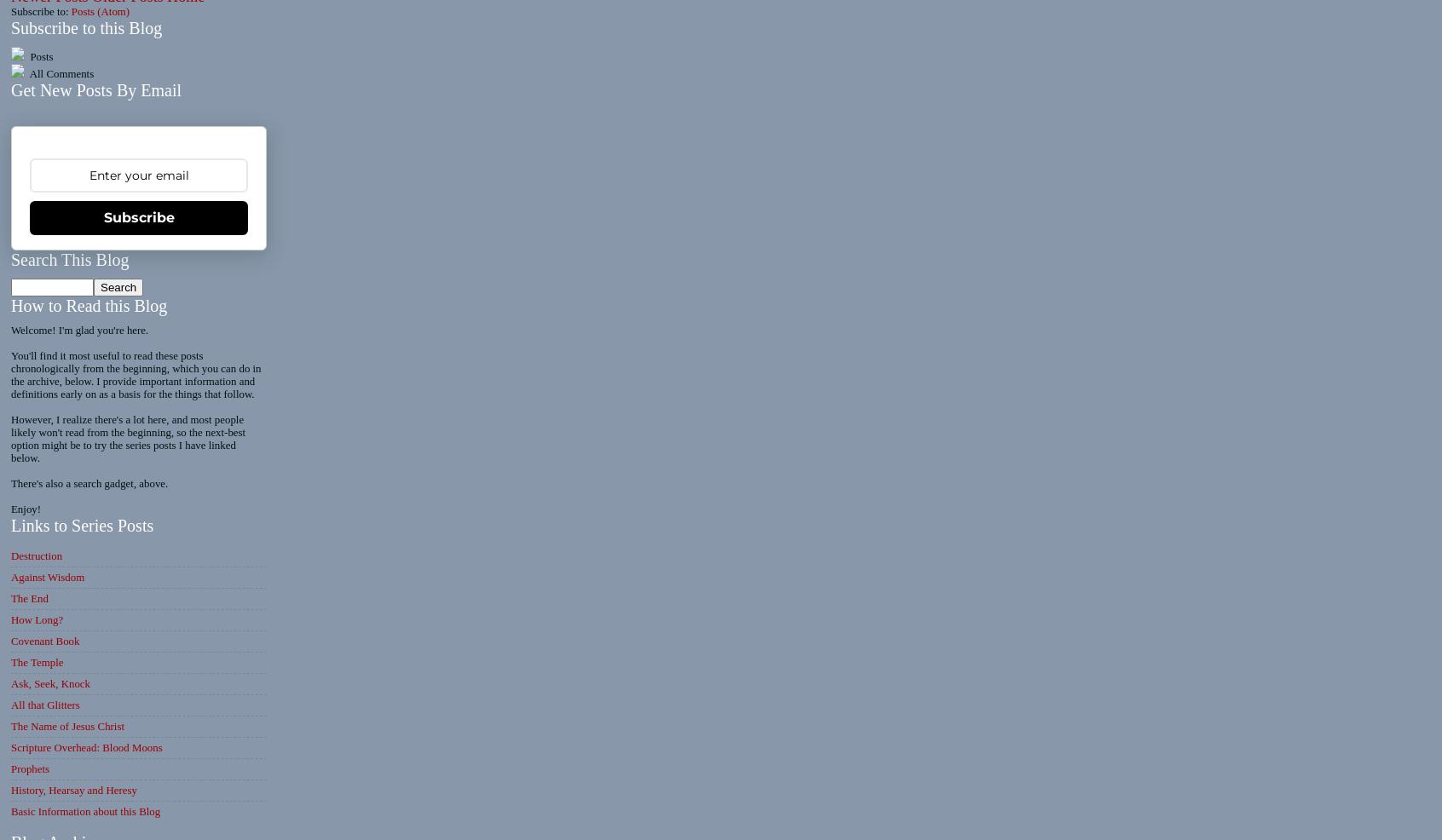  What do you see at coordinates (10, 661) in the screenshot?
I see `'The Temple'` at bounding box center [10, 661].